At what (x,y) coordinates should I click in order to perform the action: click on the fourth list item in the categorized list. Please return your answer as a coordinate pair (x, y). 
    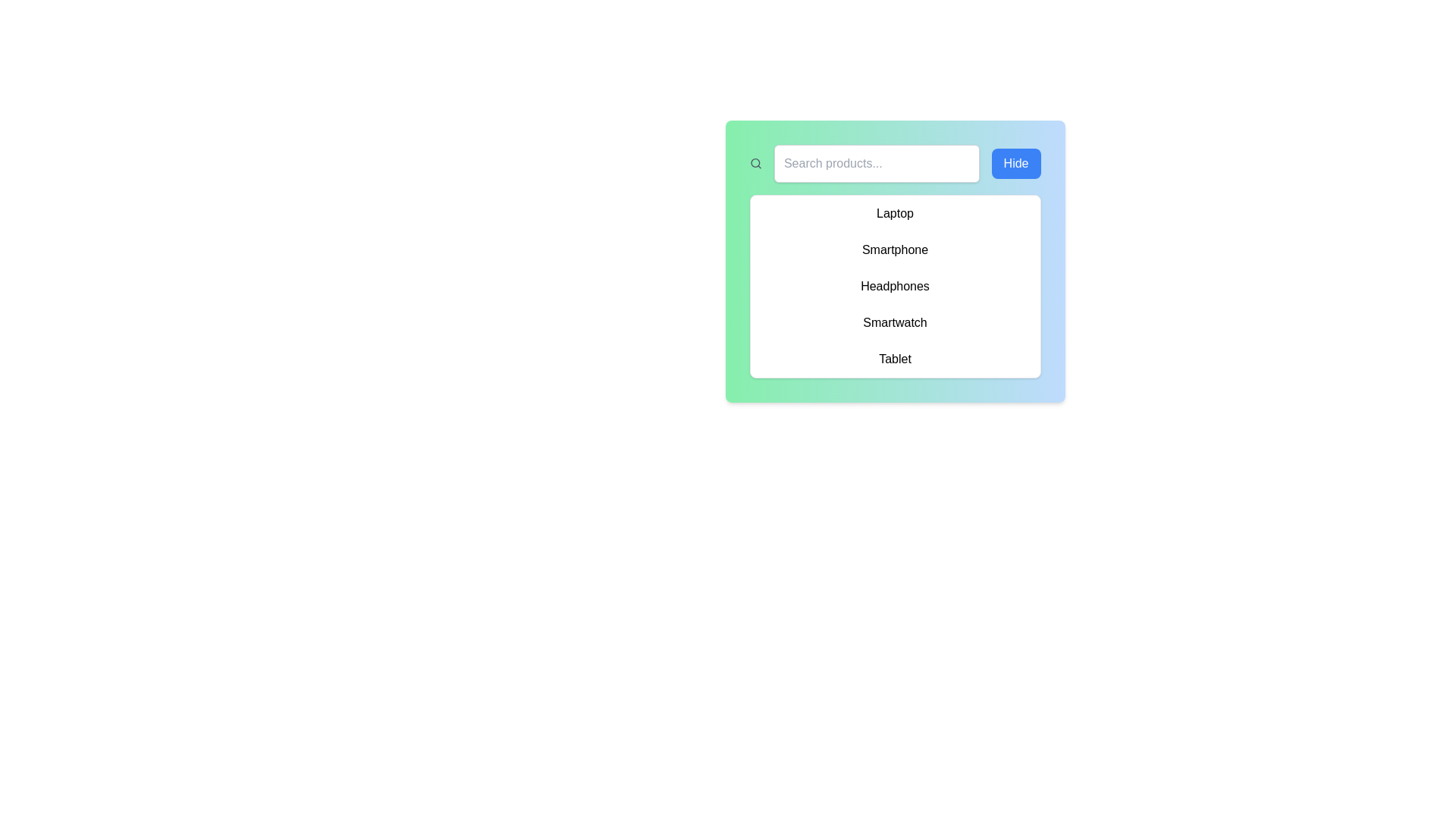
    Looking at the image, I should click on (895, 322).